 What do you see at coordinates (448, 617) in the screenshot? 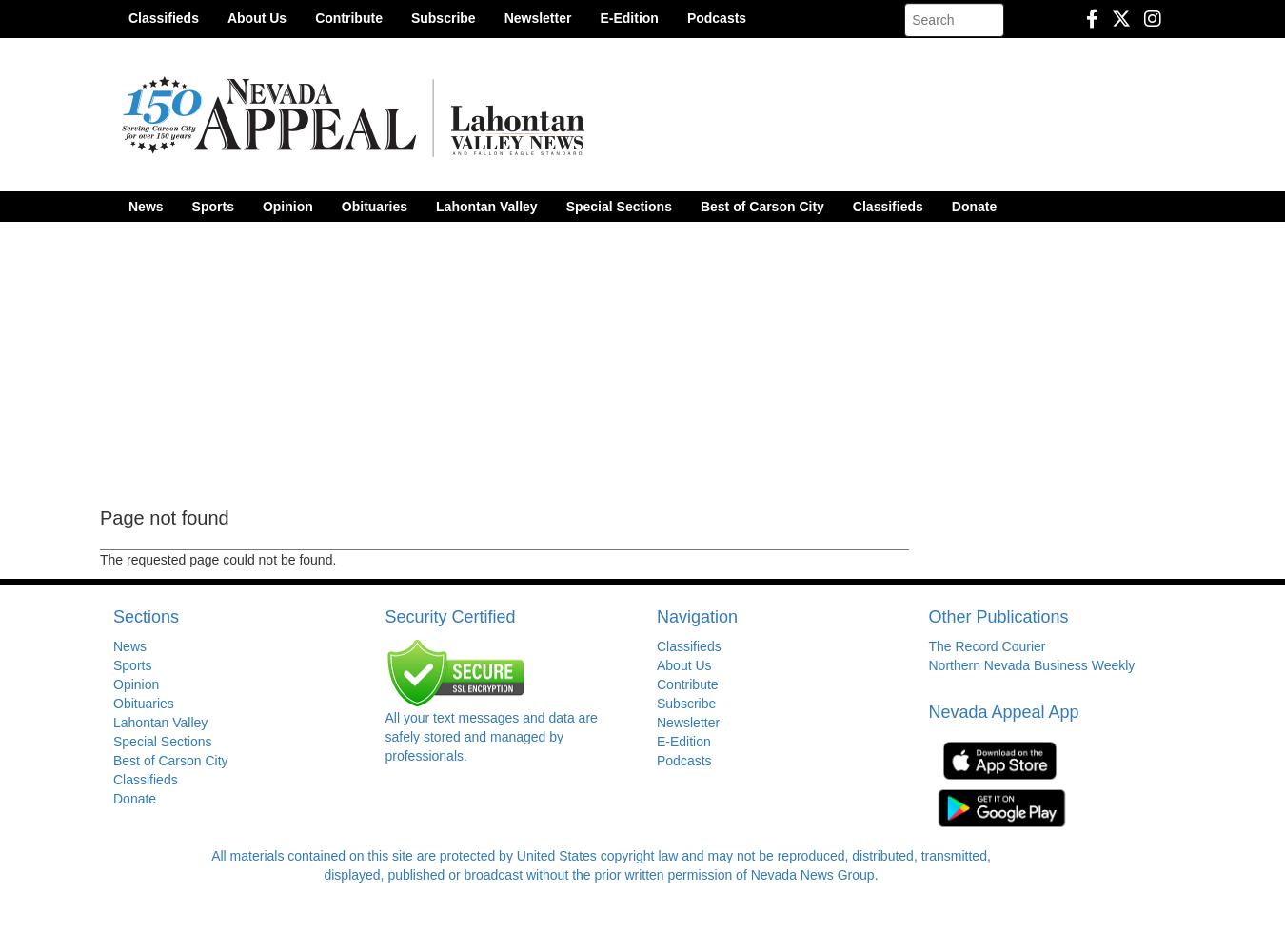
I see `'Security Certified'` at bounding box center [448, 617].